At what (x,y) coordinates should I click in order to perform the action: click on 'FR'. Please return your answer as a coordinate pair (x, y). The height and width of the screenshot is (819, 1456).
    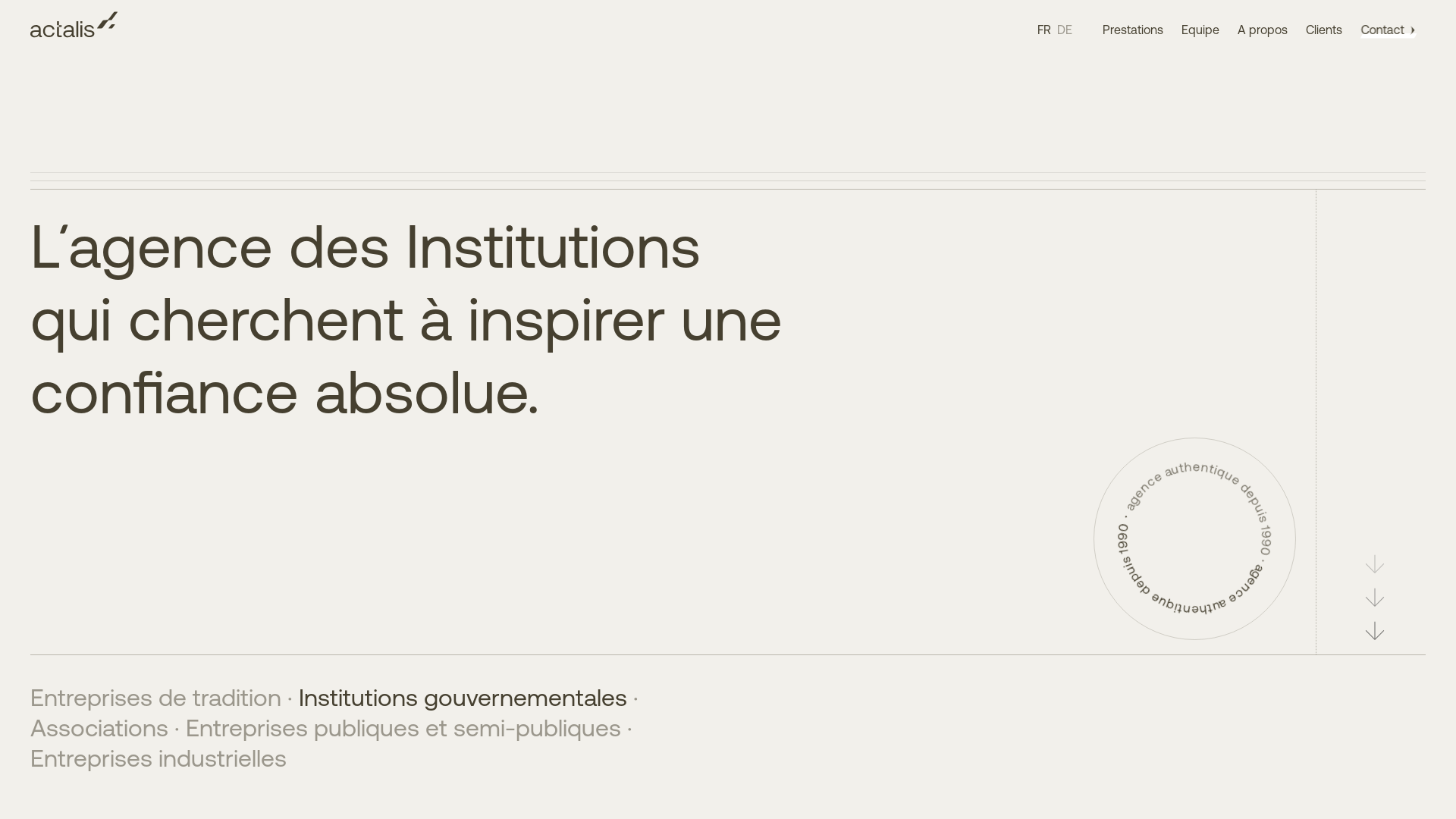
    Looking at the image, I should click on (1043, 30).